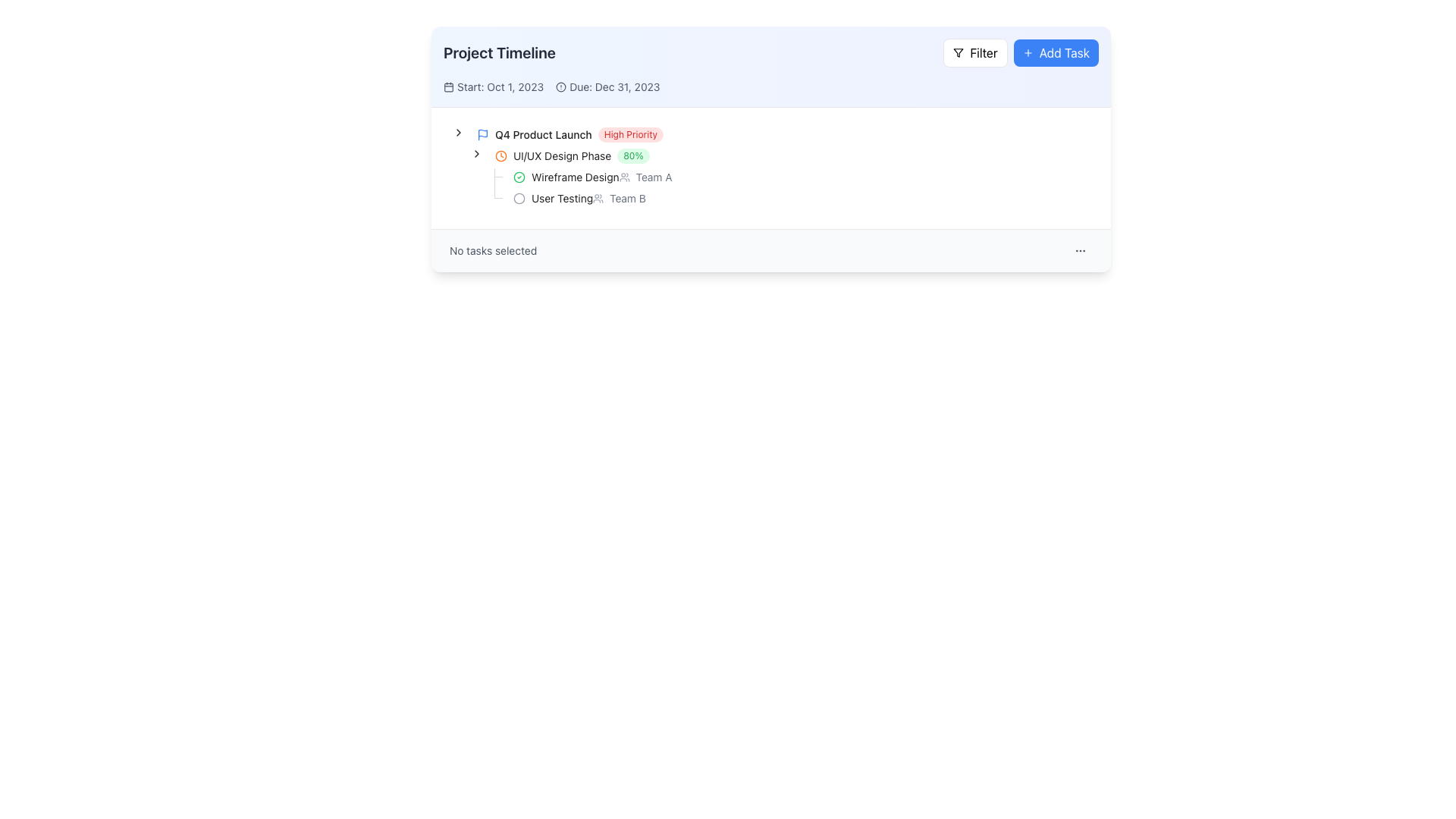 The width and height of the screenshot is (1456, 819). What do you see at coordinates (457, 133) in the screenshot?
I see `the Expand/collapse toggle icon located to the left of the 'Q4 Product Launch High Priority' text` at bounding box center [457, 133].